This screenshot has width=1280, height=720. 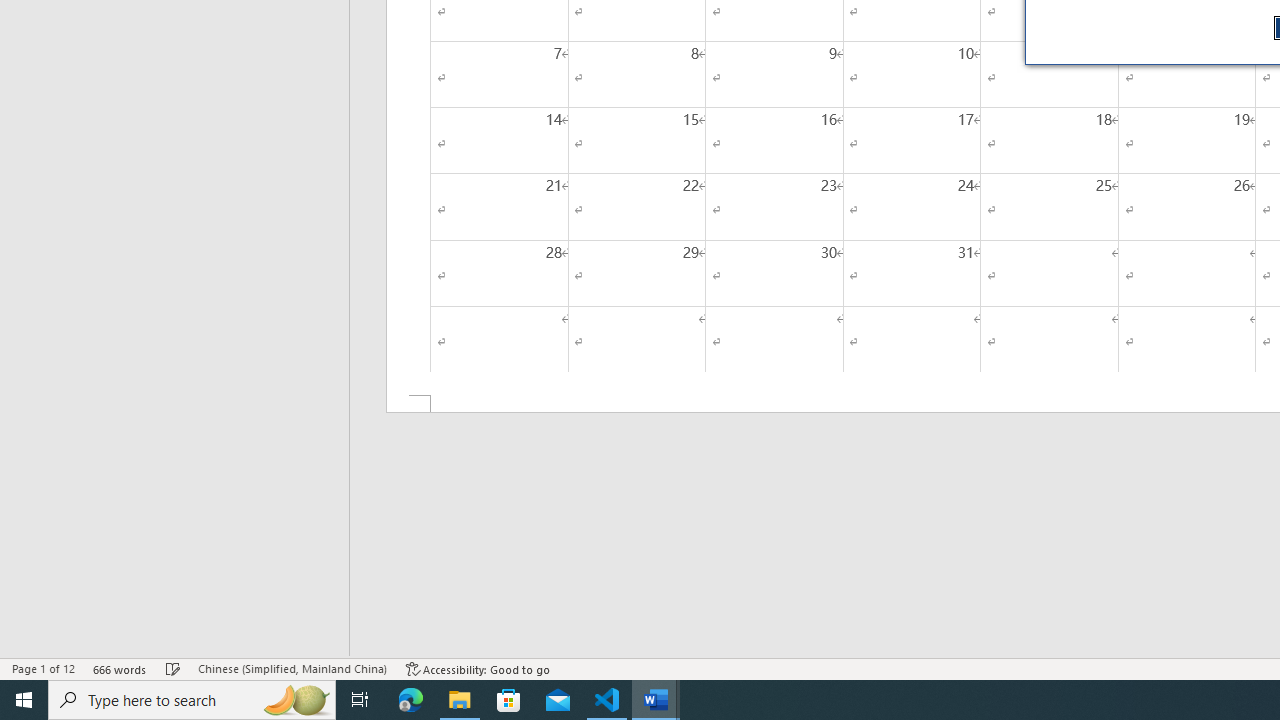 I want to click on 'Task View', so click(x=359, y=698).